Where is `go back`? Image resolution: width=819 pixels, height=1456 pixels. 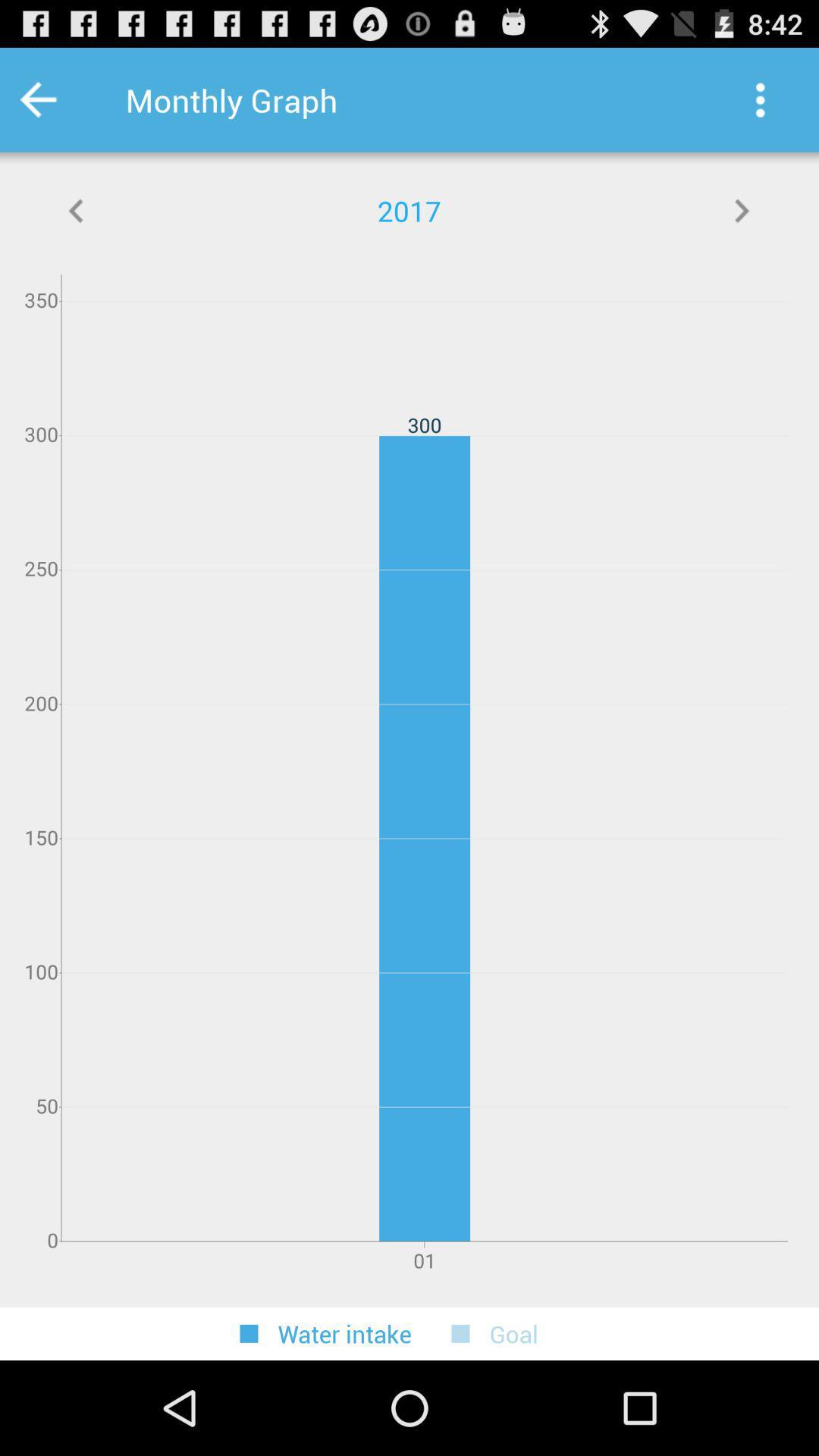
go back is located at coordinates (58, 99).